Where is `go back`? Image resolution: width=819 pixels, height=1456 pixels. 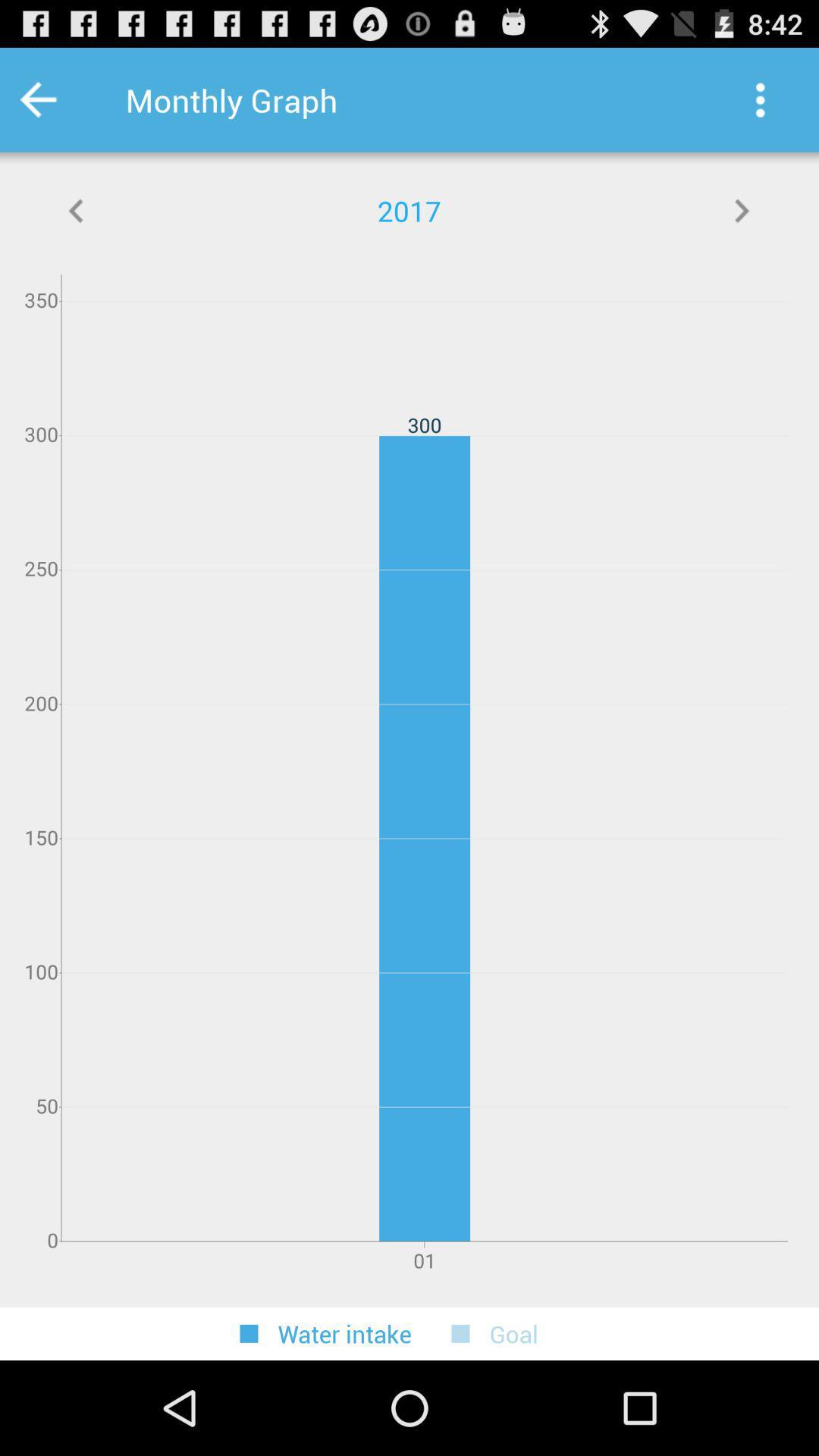
go back is located at coordinates (58, 99).